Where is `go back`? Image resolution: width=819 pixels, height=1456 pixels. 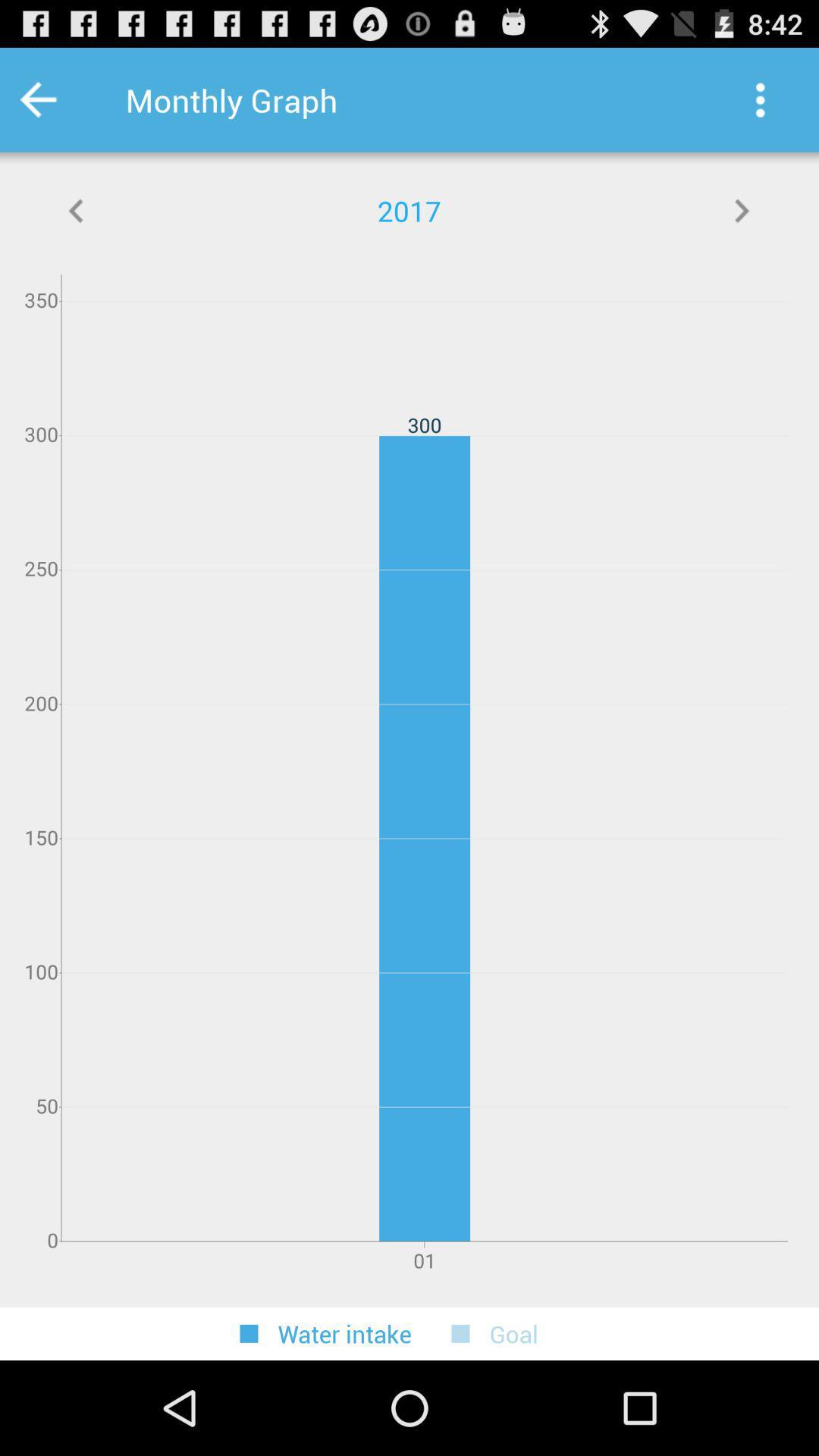
go back is located at coordinates (58, 99).